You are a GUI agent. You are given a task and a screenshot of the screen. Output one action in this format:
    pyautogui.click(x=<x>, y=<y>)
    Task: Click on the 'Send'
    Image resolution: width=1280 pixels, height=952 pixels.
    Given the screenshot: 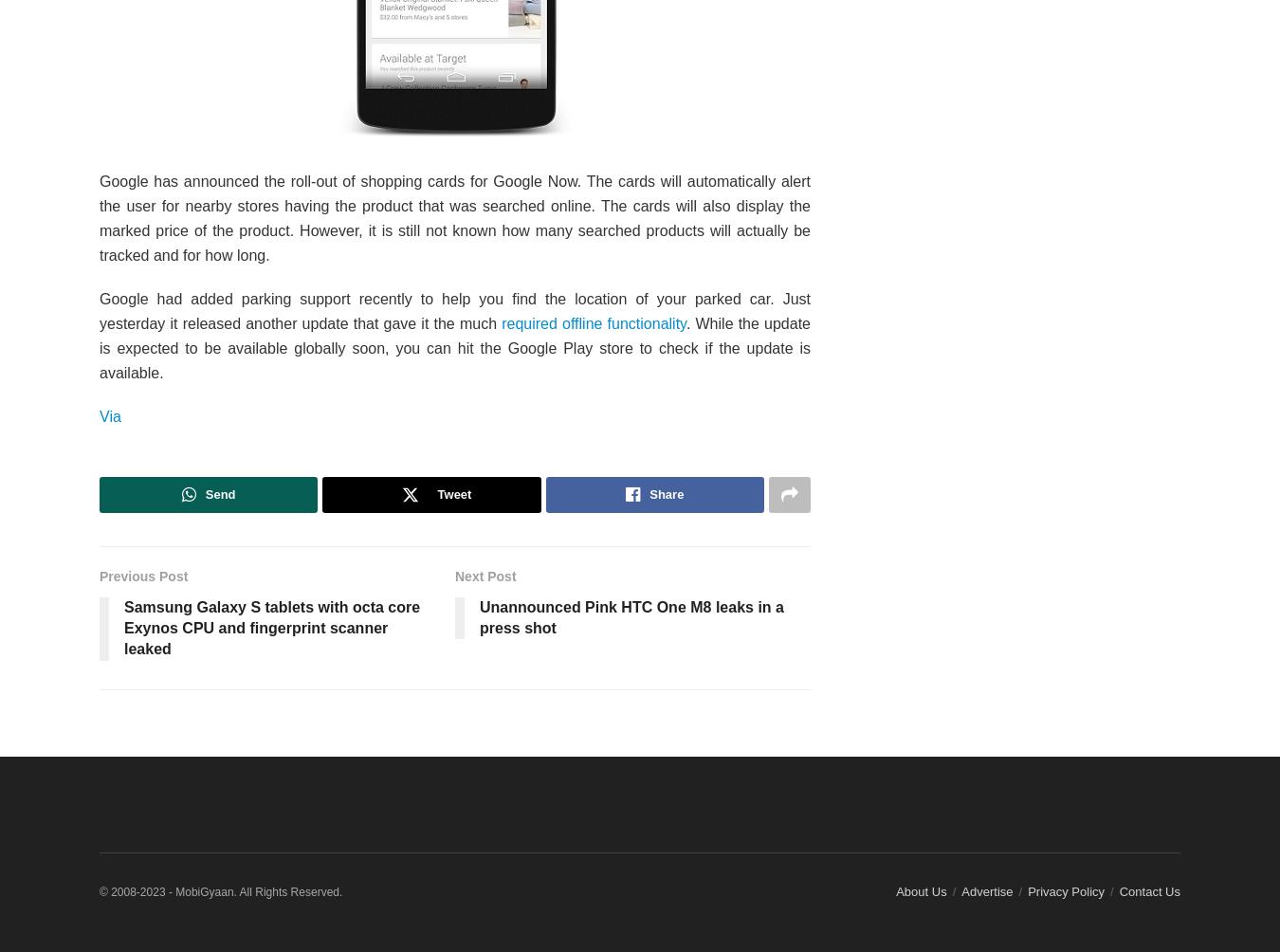 What is the action you would take?
    pyautogui.click(x=219, y=494)
    